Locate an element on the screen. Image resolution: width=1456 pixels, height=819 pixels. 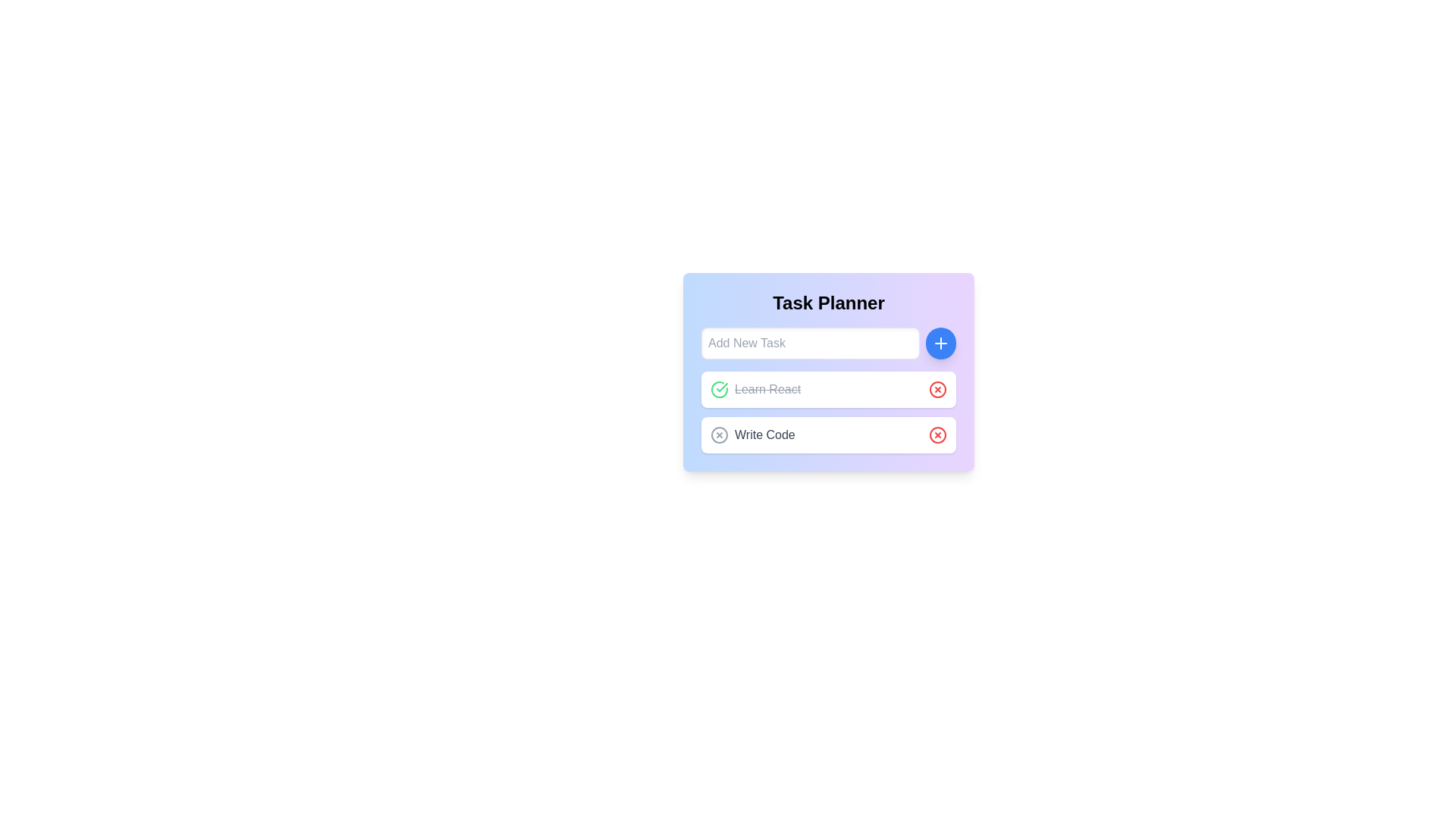
the text label that says 'Write Code', which is located in the second row of tasks under the 'Task Planner' header, between a circular status icon and a red outlined 'X' button is located at coordinates (764, 435).